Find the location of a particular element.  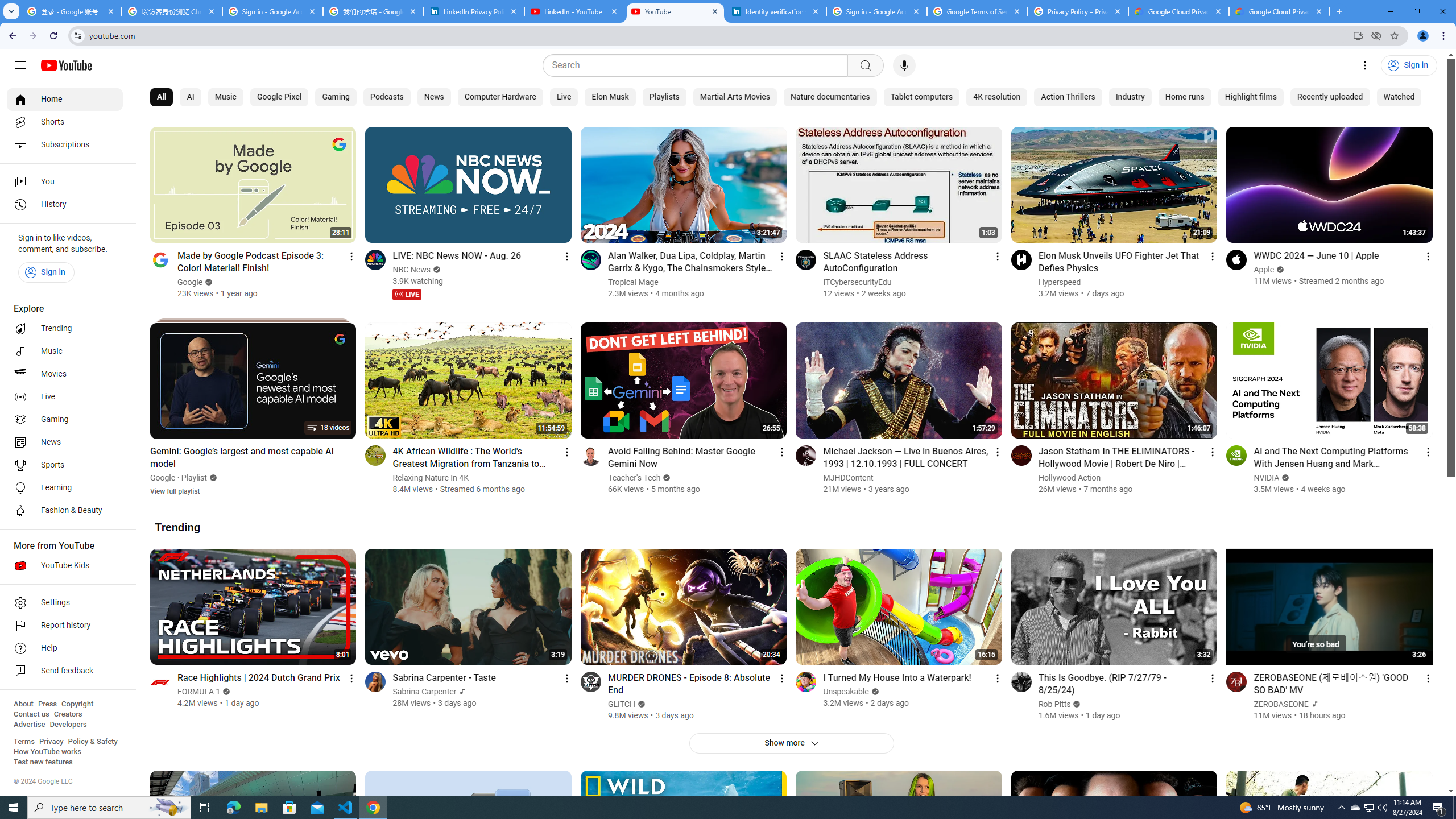

'Hollywood Action' is located at coordinates (1069, 477).